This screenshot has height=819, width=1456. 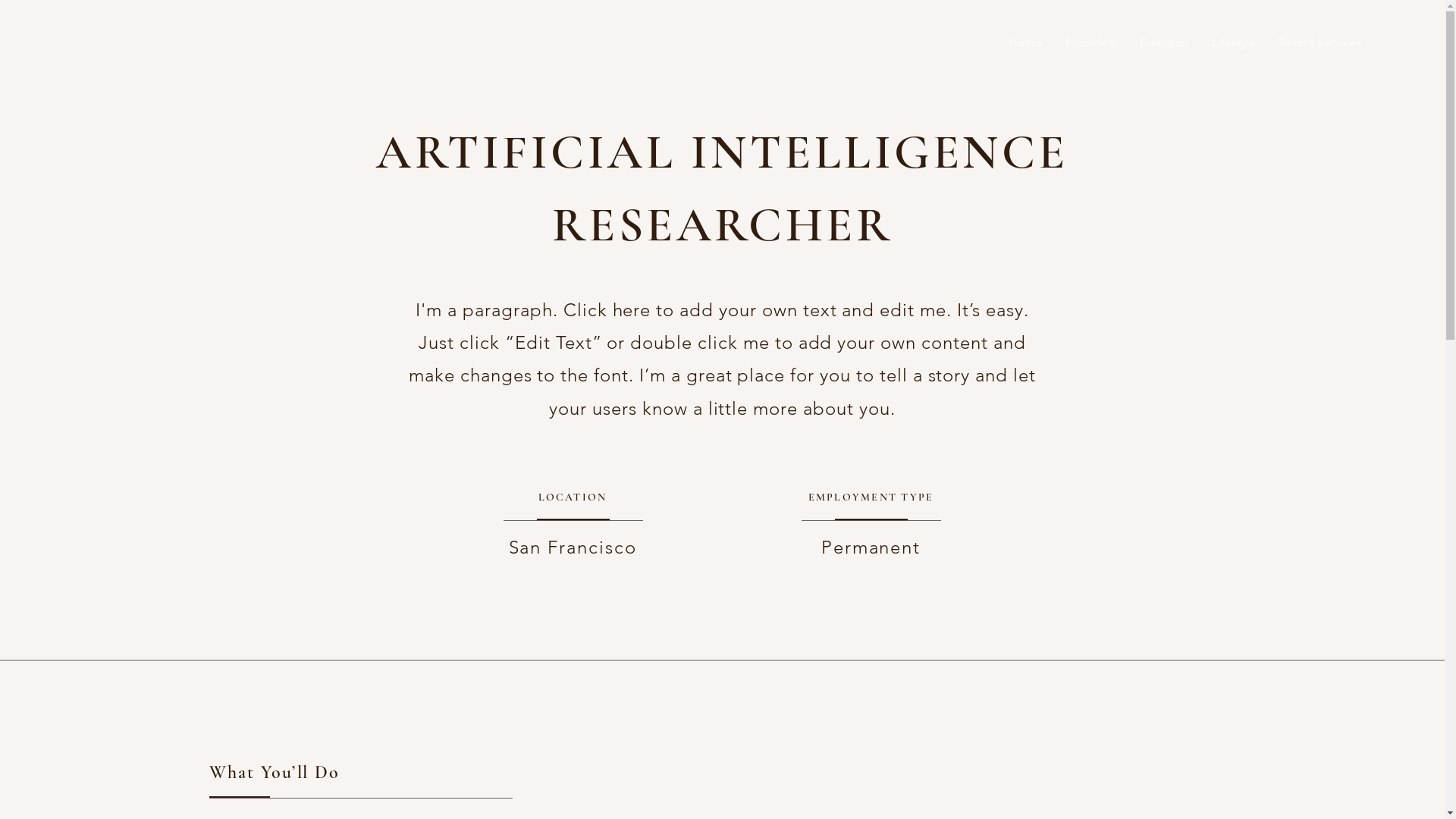 What do you see at coordinates (1319, 42) in the screenshot?
I see `'Tenant Services'` at bounding box center [1319, 42].